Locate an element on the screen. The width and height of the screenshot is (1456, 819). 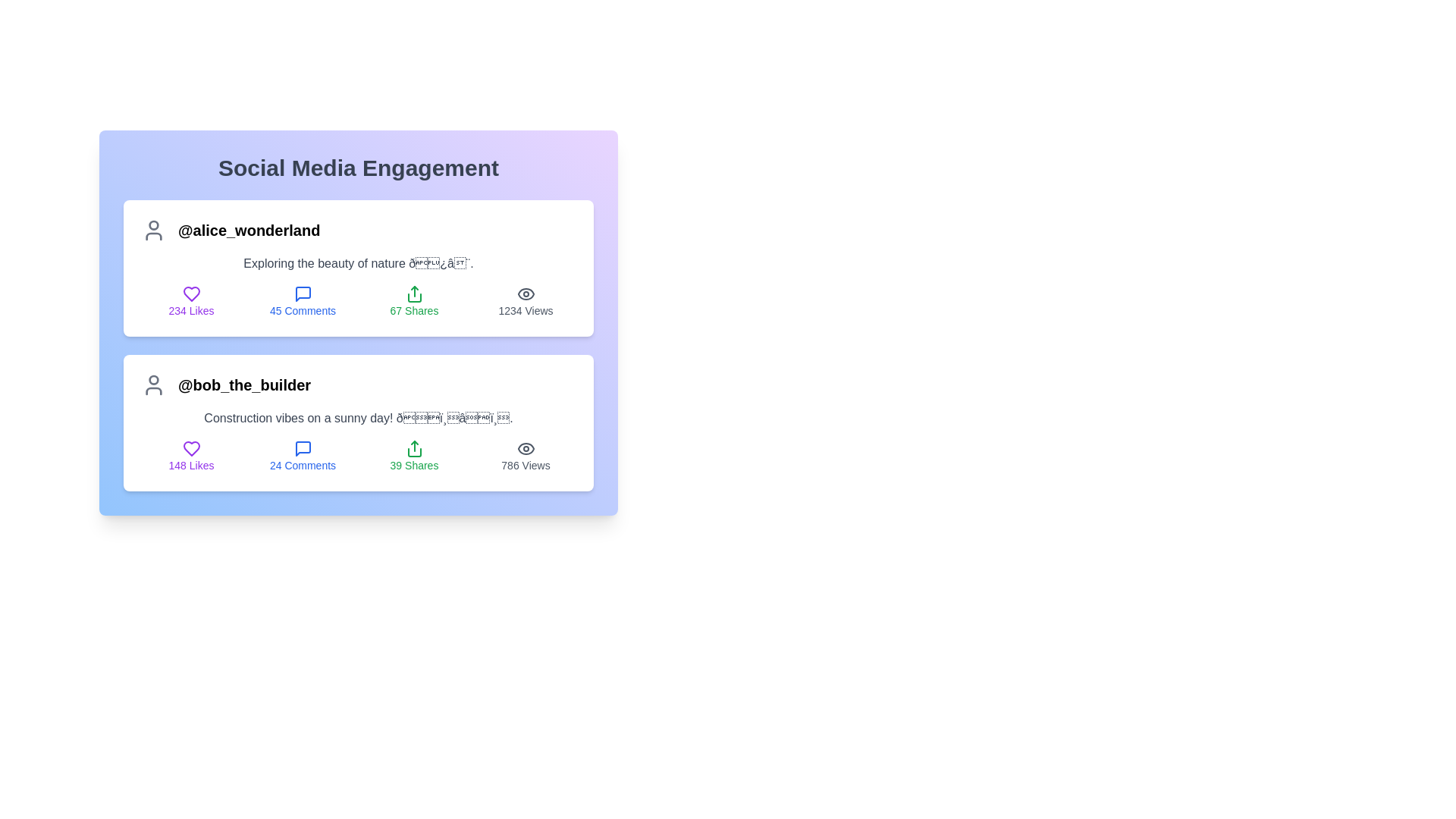
the Text Label displaying the number of likes for the post related to 'bob_the_builder', located in the bottom-left corner of the post section is located at coordinates (190, 464).